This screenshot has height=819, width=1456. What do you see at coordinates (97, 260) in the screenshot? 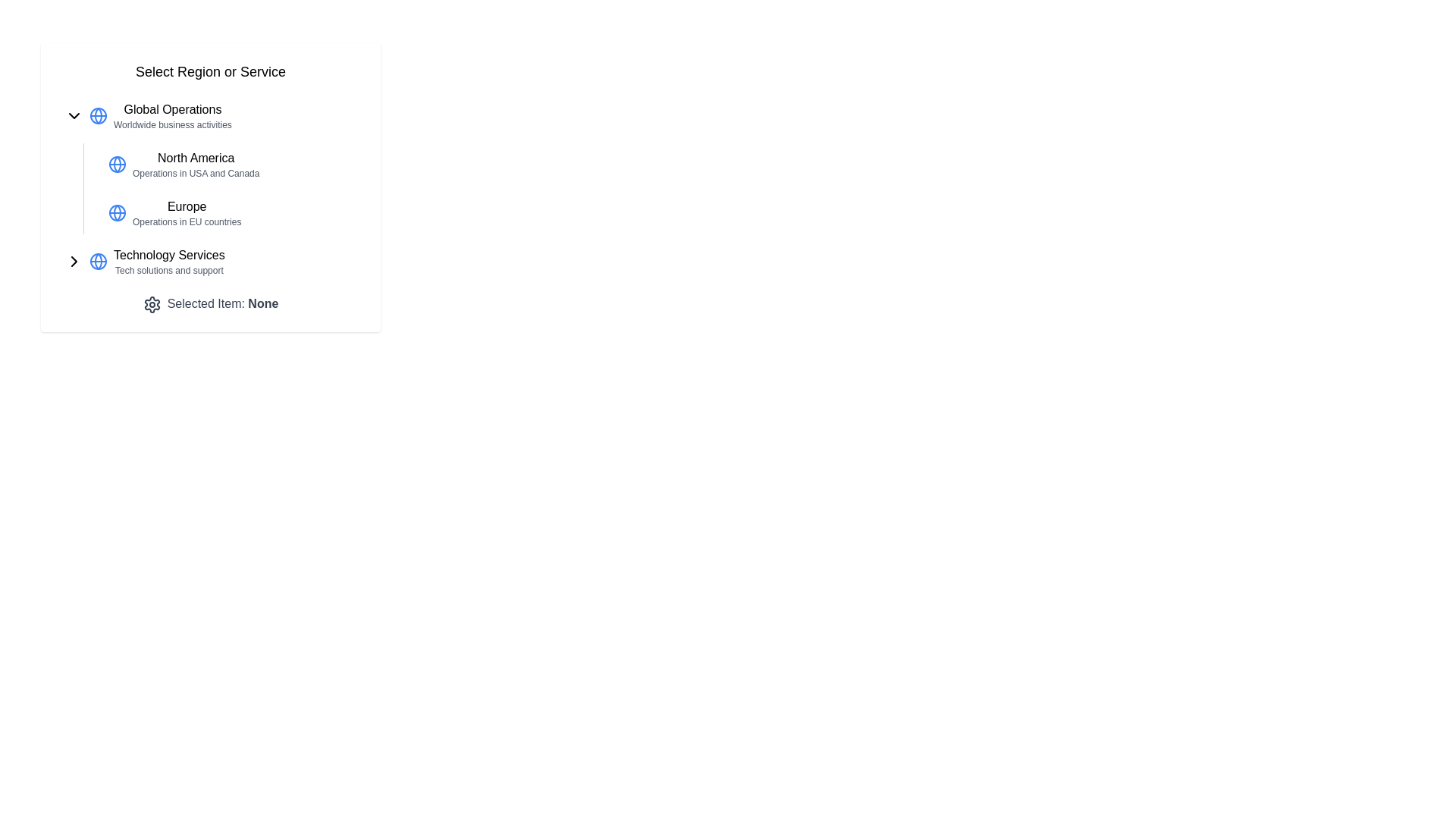
I see `the globe icon element` at bounding box center [97, 260].